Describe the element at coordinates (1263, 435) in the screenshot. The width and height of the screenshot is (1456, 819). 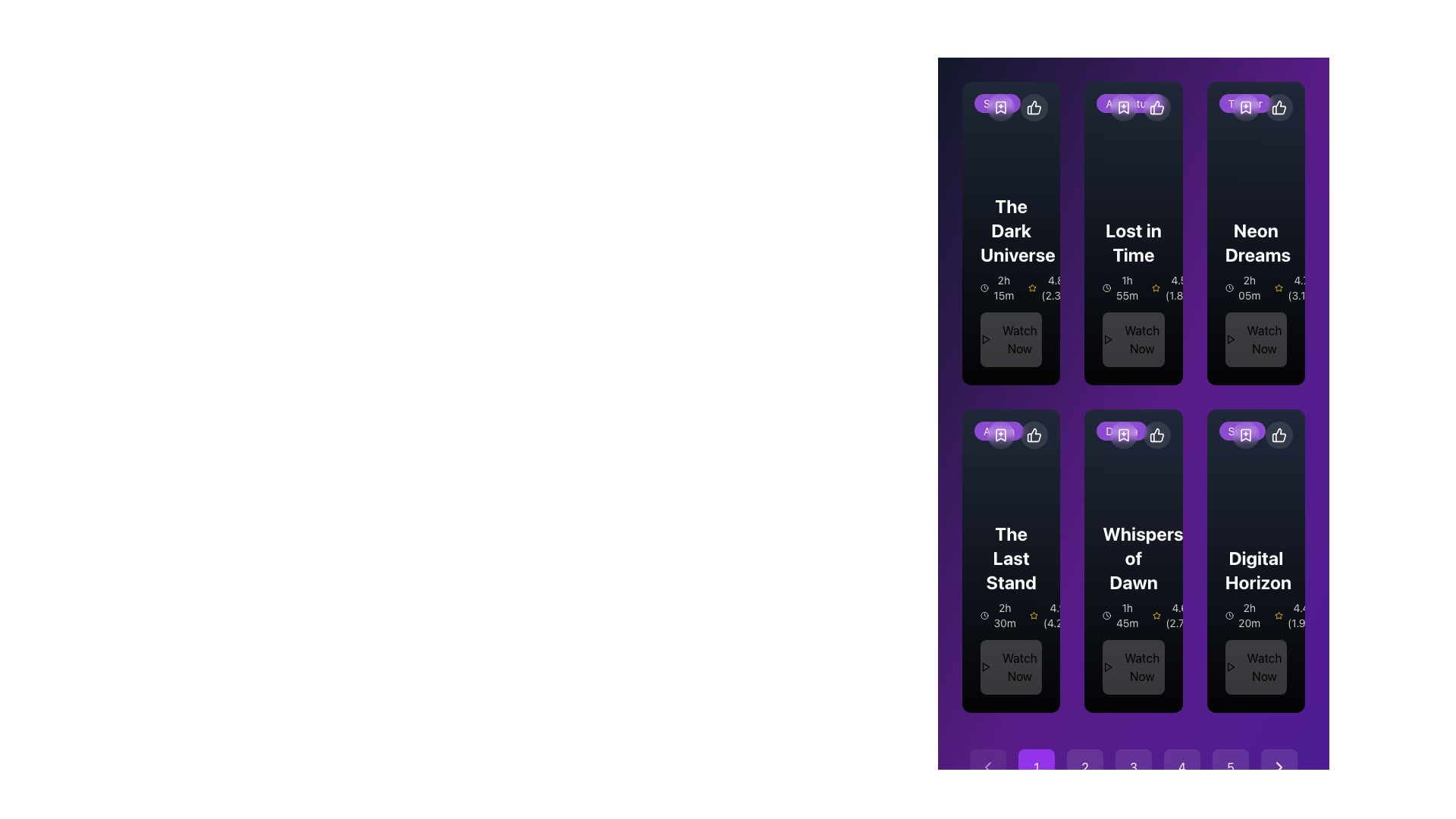
I see `the thumbs-up icon button located in the top-right corner of the 'Digital Horizon' card, which has a rounded shape and a semi-transparent white background` at that location.